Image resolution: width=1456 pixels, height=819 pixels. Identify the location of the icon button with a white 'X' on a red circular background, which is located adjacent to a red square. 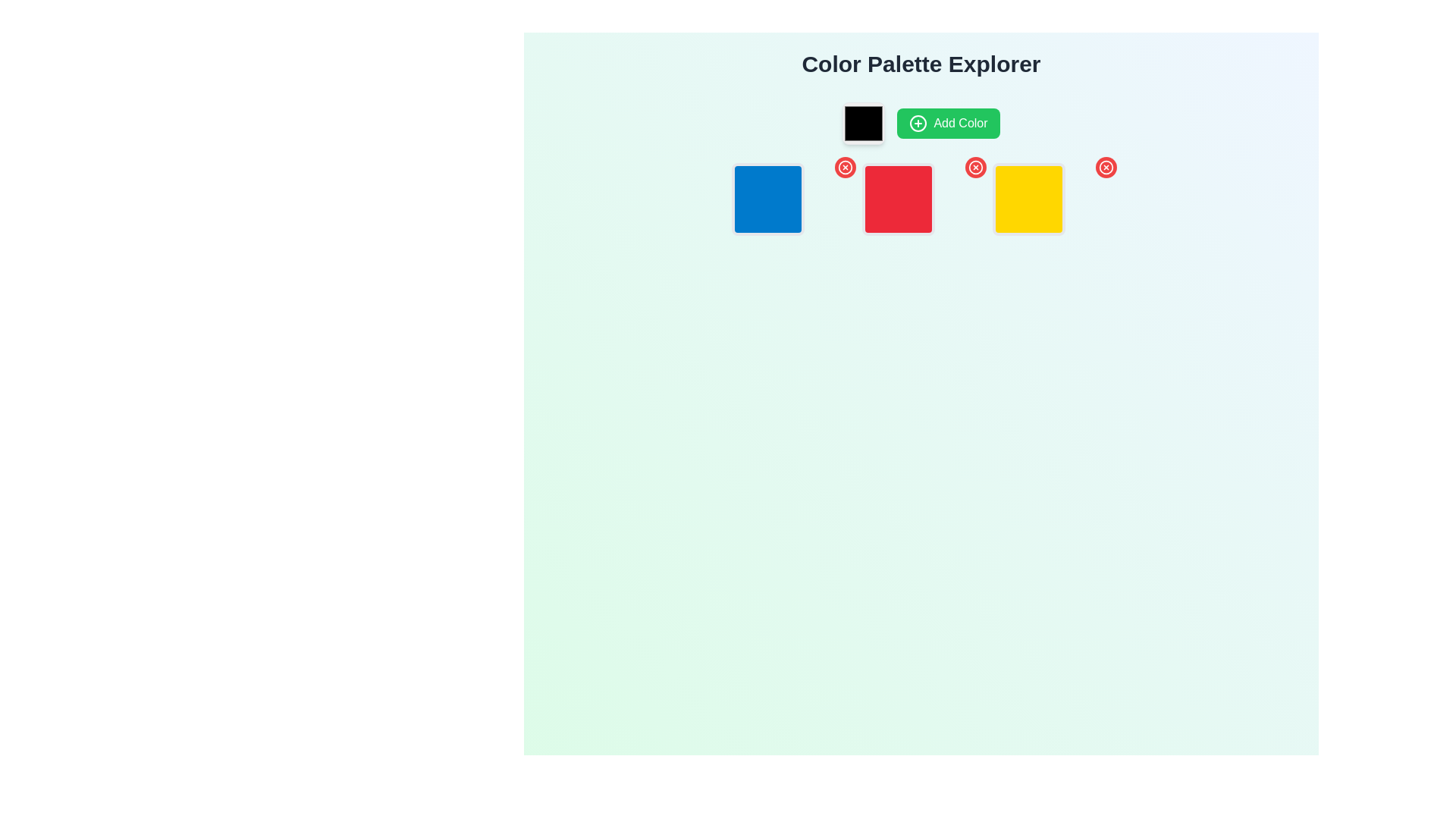
(975, 167).